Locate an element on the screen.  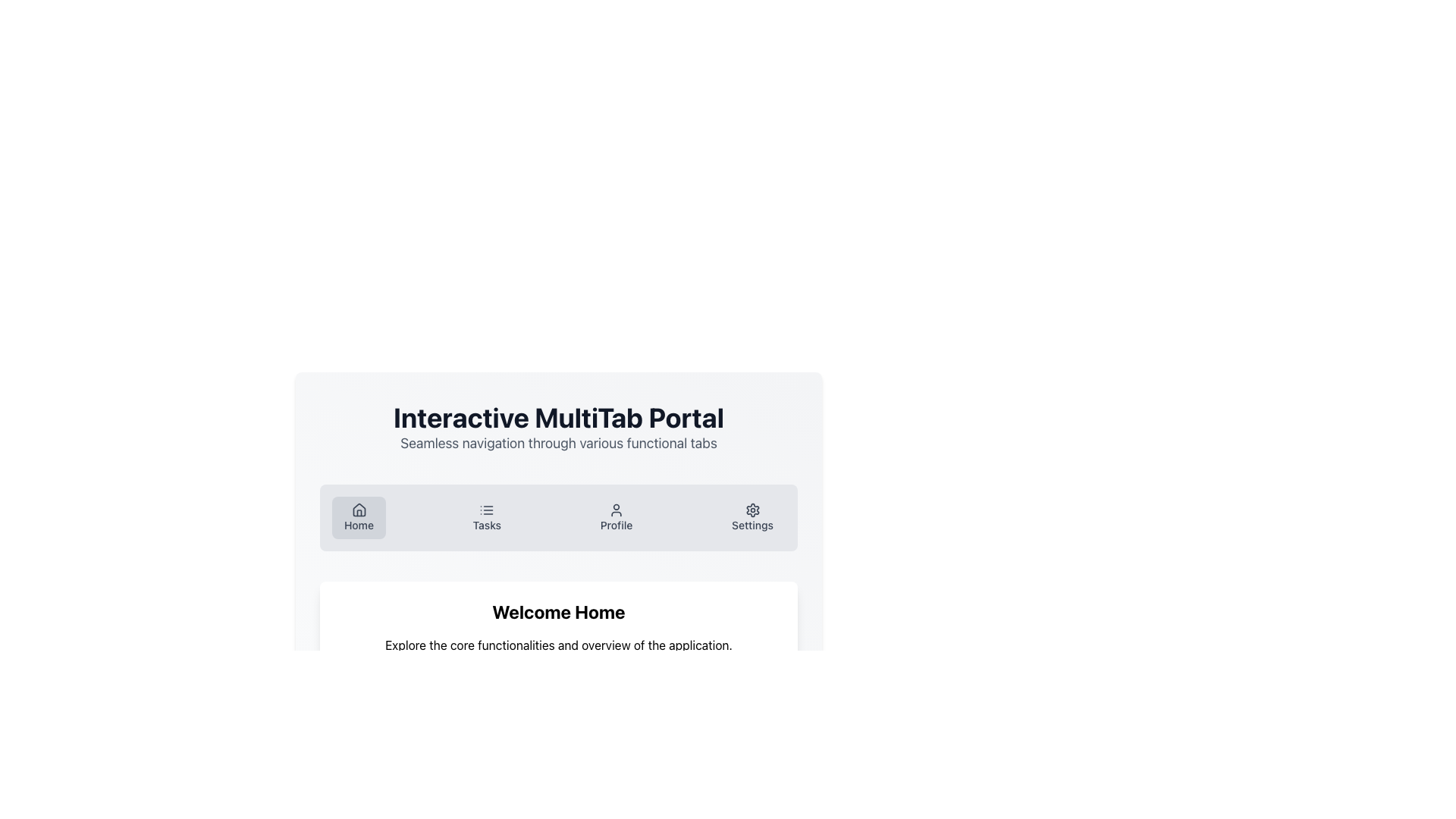
the settings icon (gear symbol) located within the button labeled 'Settings' on the horizontal menu strip is located at coordinates (752, 510).